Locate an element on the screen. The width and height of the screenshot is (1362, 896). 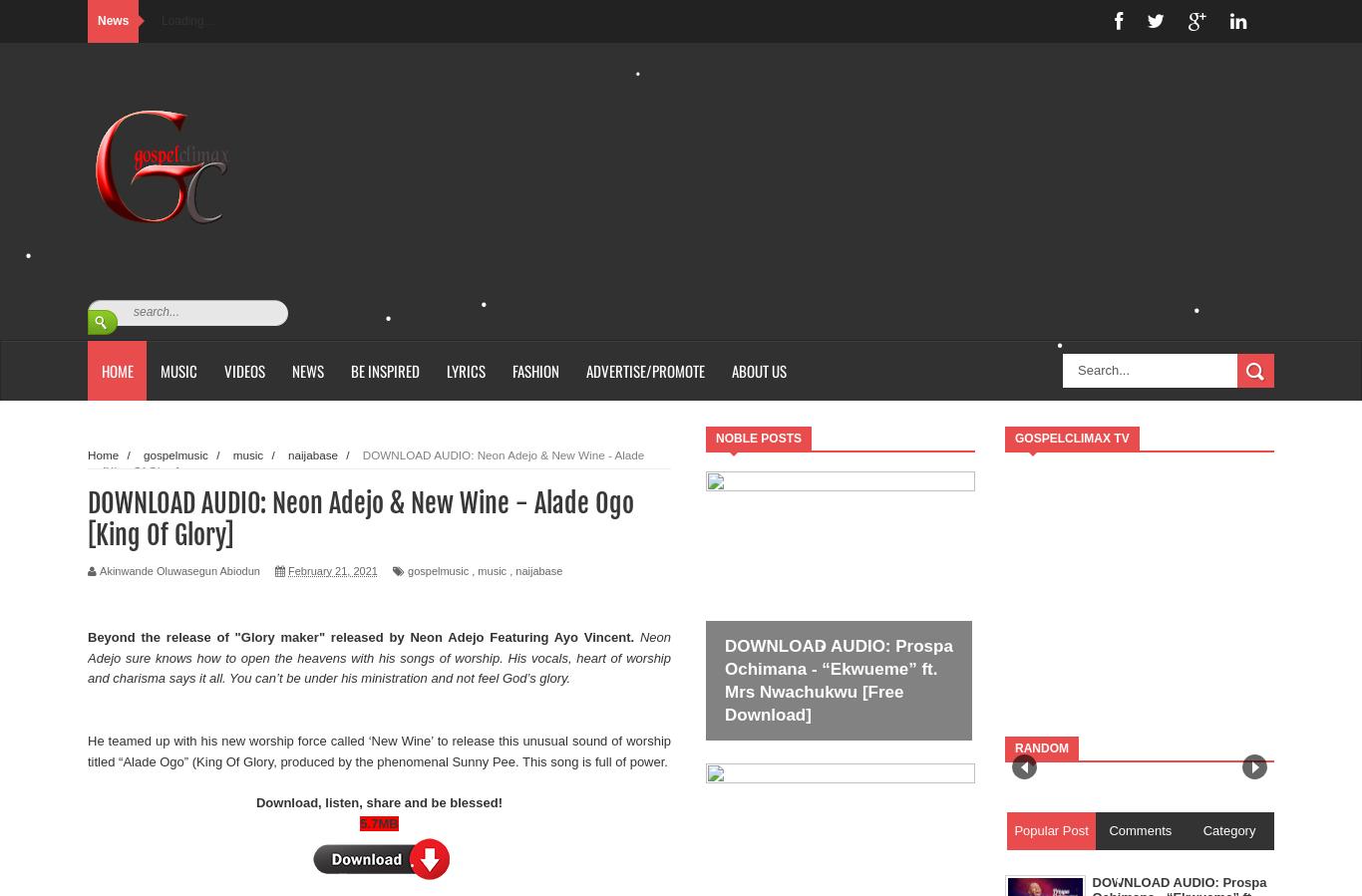
'Akinwande Oluwasegun Abiodun' is located at coordinates (178, 570).